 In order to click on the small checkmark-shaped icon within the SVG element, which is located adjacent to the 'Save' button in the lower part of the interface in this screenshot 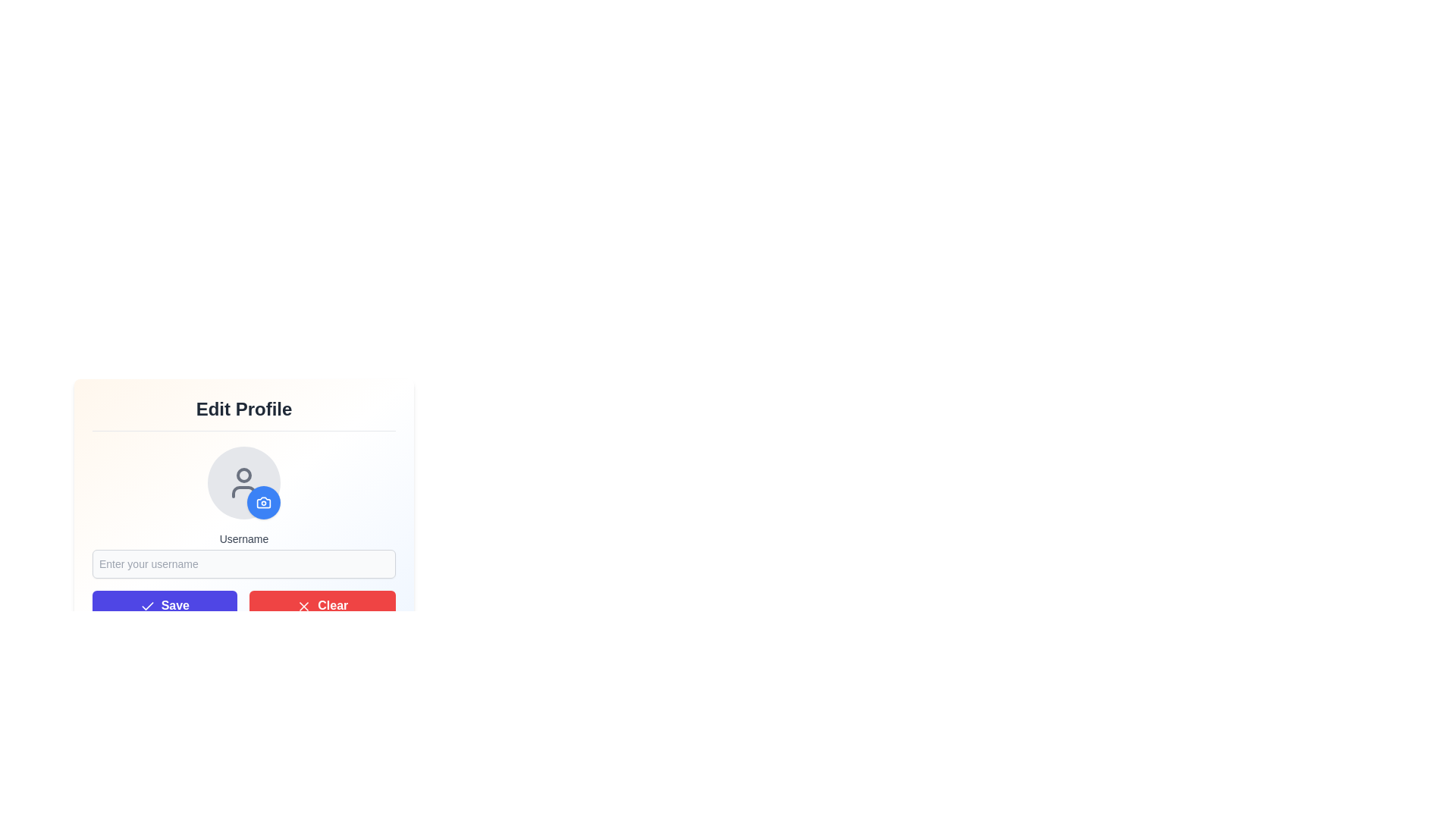, I will do `click(147, 605)`.